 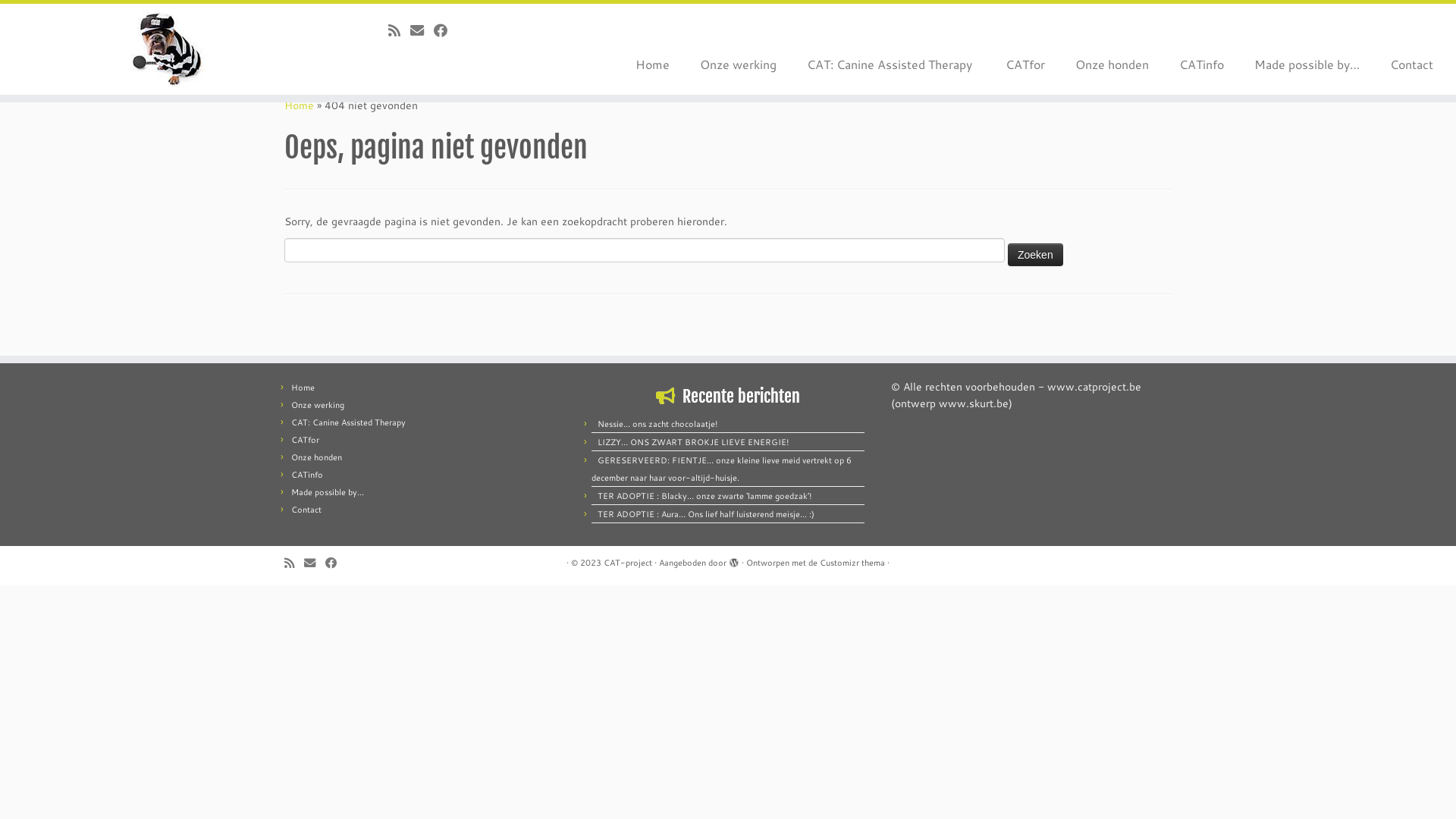 What do you see at coordinates (299, 104) in the screenshot?
I see `'Home'` at bounding box center [299, 104].